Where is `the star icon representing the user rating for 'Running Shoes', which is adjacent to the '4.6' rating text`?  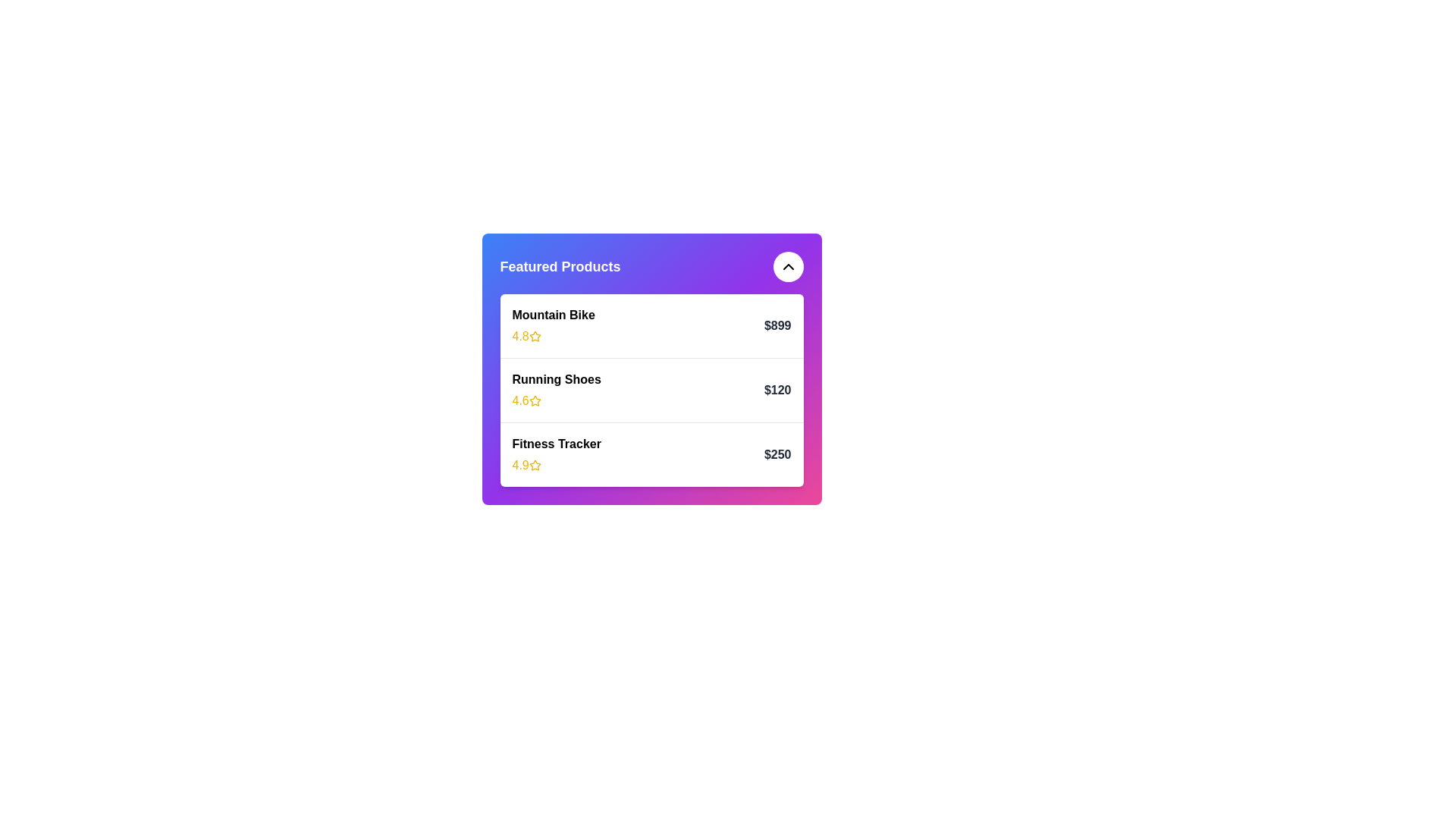 the star icon representing the user rating for 'Running Shoes', which is adjacent to the '4.6' rating text is located at coordinates (535, 400).